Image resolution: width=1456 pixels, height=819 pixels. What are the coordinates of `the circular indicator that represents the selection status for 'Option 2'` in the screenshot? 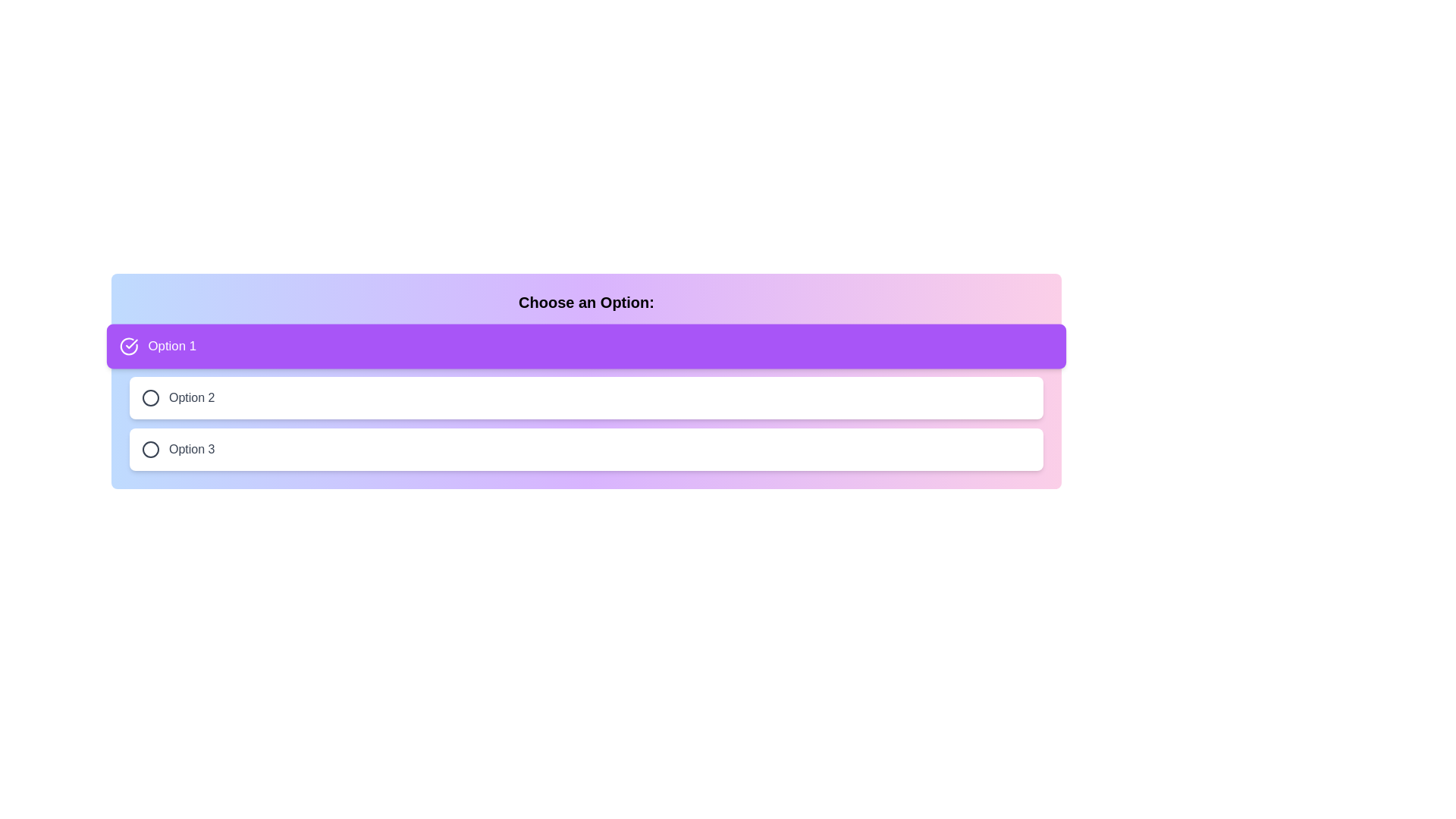 It's located at (150, 397).